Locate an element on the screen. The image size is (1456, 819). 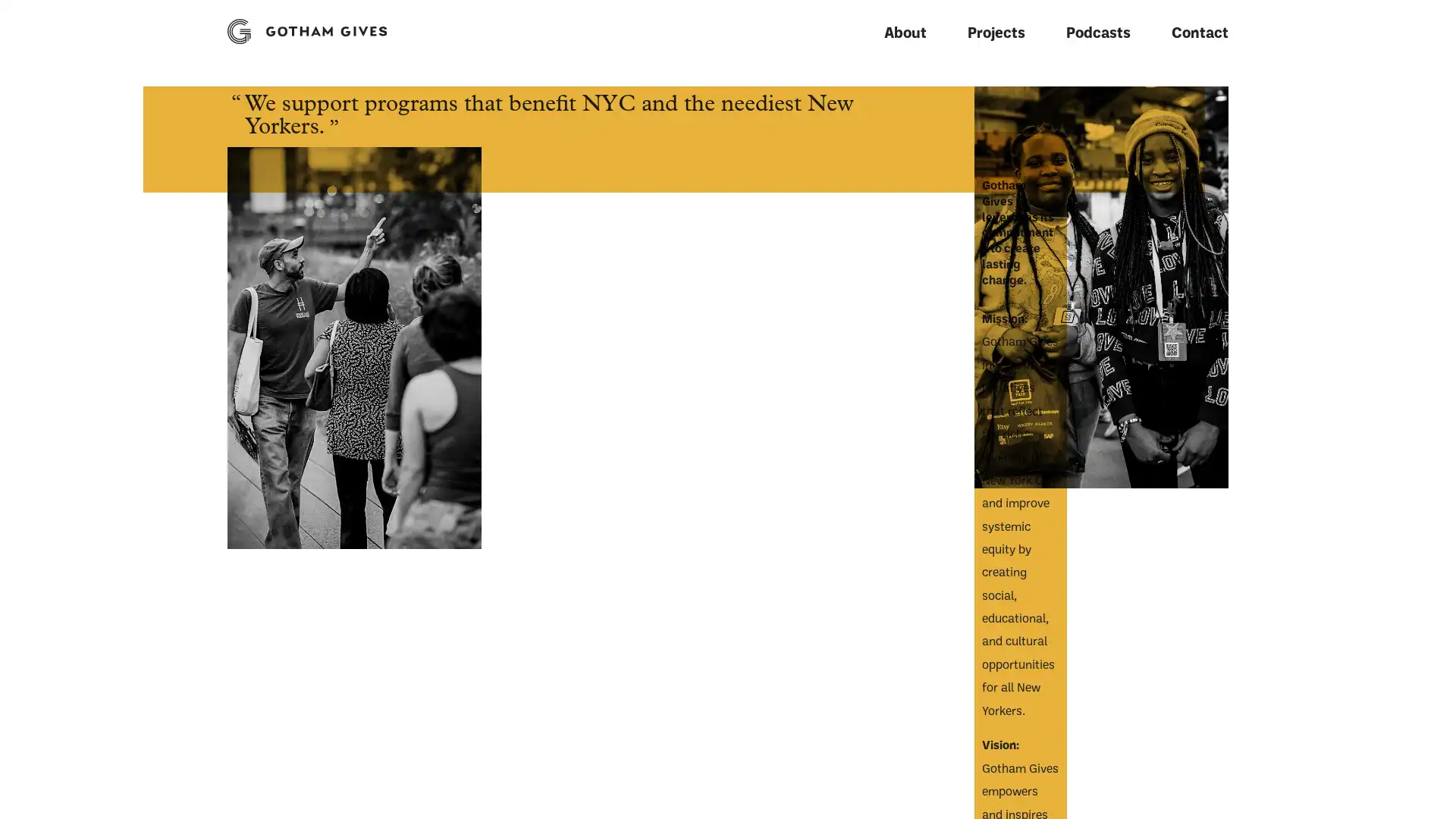
Click here to scroll to top of page. is located at coordinates (225, 795).